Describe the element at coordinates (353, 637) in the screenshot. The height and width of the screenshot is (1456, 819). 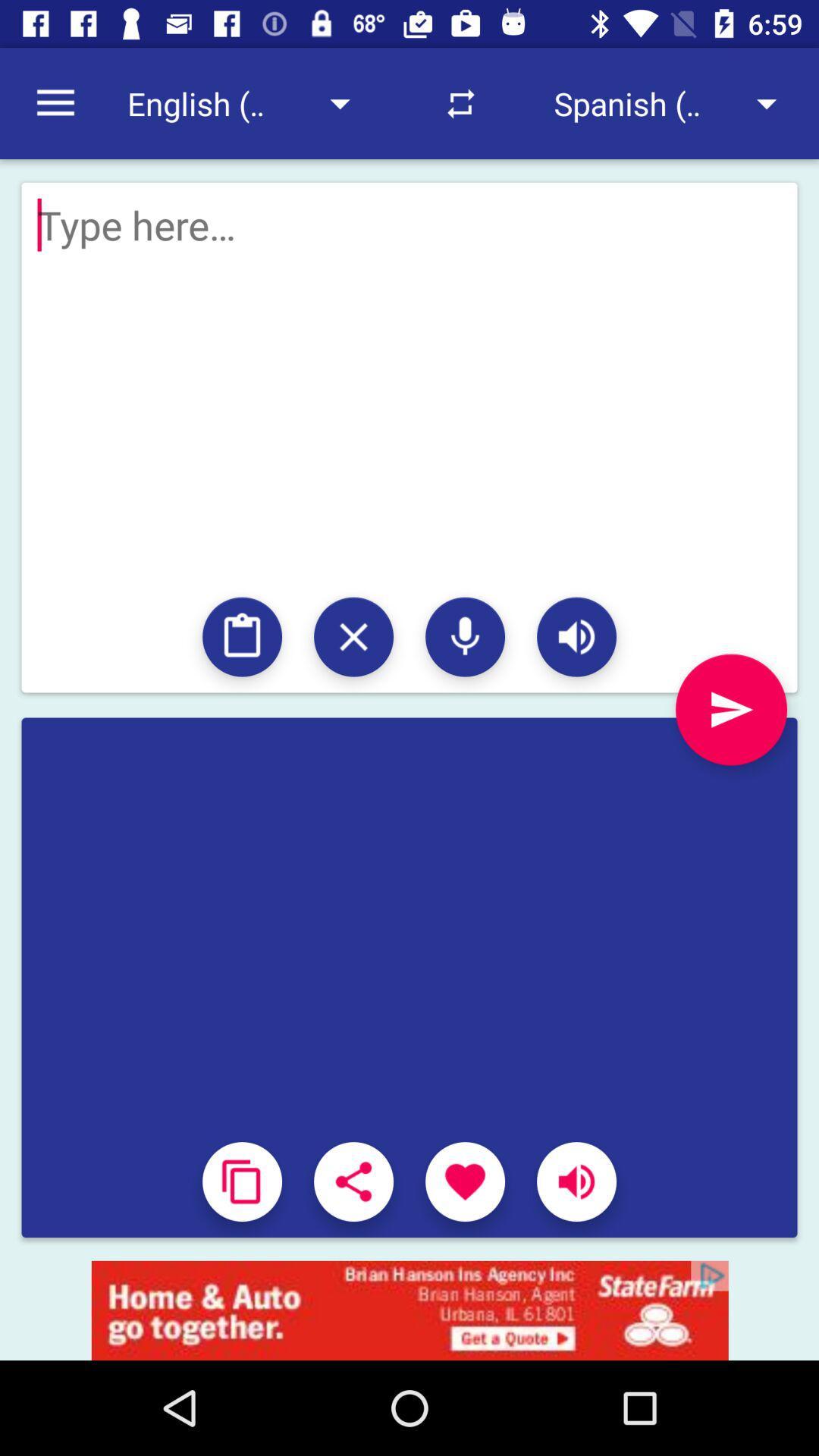
I see `close` at that location.